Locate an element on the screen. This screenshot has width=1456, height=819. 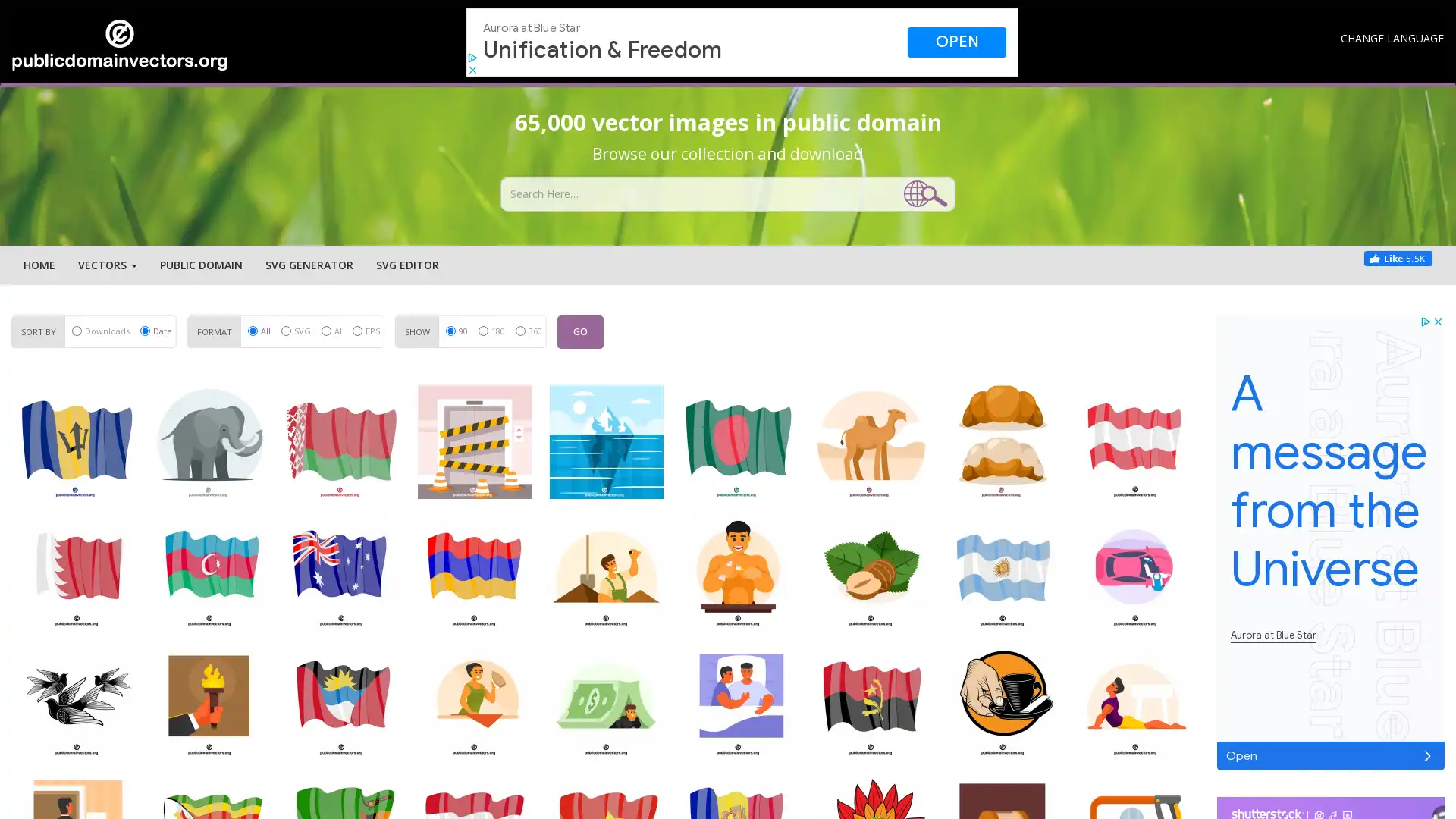
GO is located at coordinates (579, 331).